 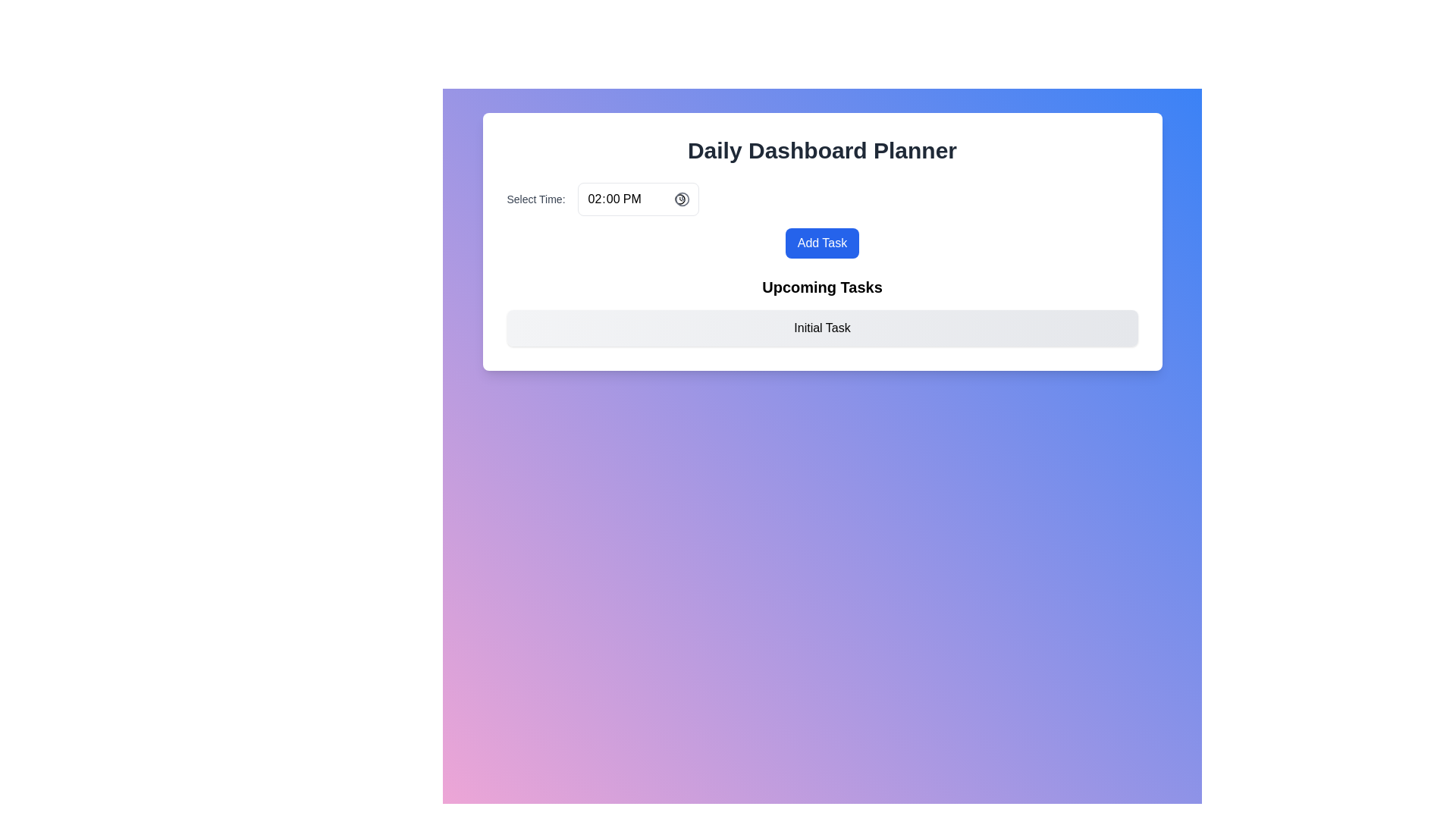 I want to click on the Text Label with the text 'Initial Task', which is a rectangular box located below the 'Upcoming Tasks' heading, so click(x=821, y=327).